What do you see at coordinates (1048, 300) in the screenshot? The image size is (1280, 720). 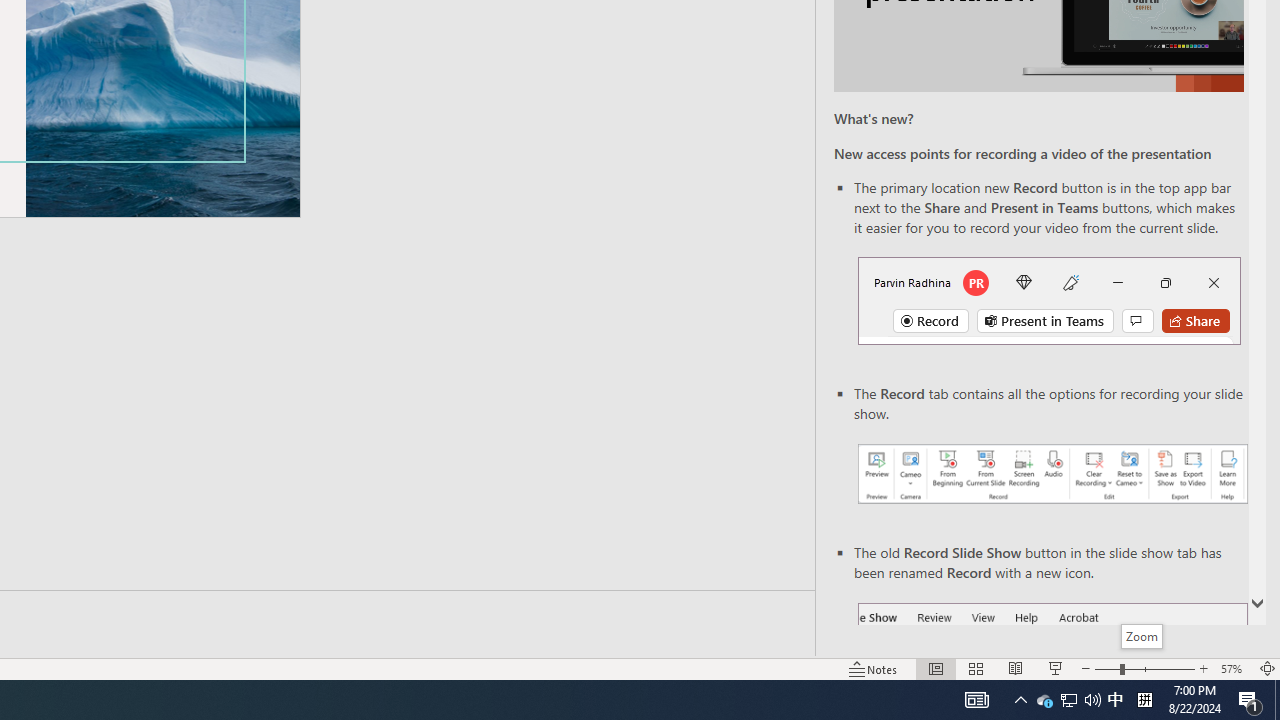 I see `'Record button in top bar'` at bounding box center [1048, 300].